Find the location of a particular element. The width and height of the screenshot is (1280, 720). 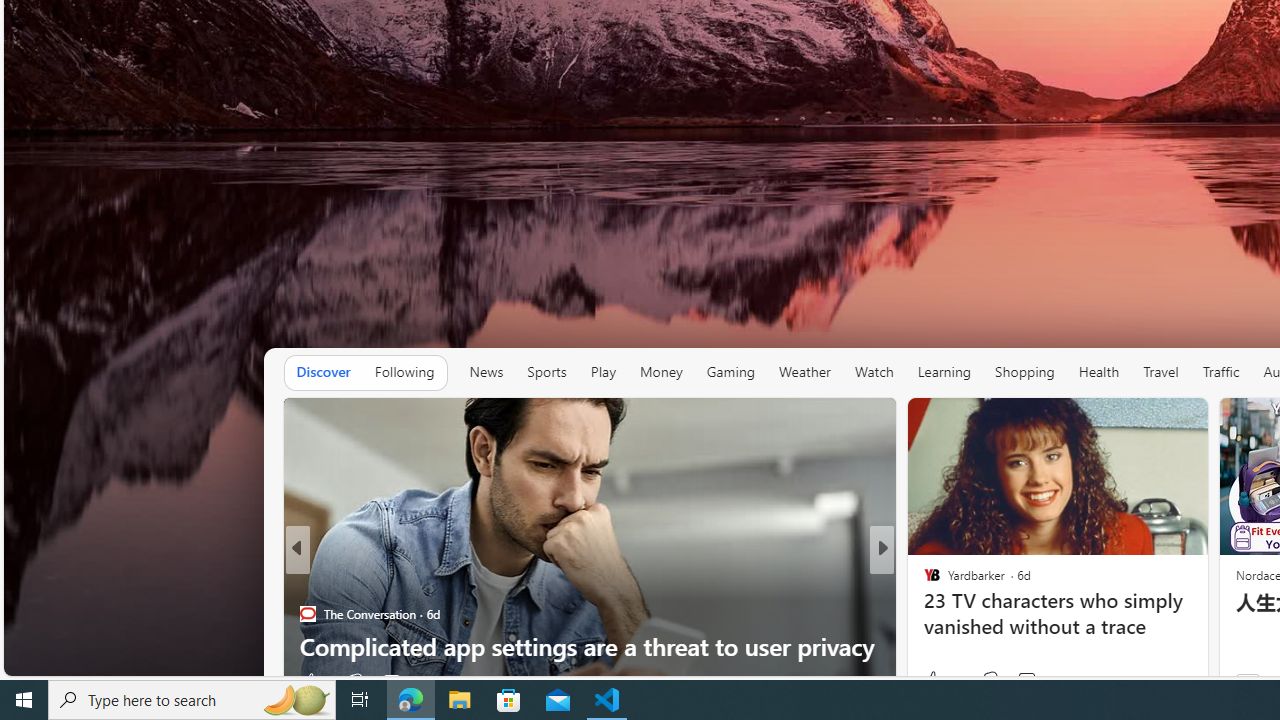

'Travel' is located at coordinates (1160, 372).